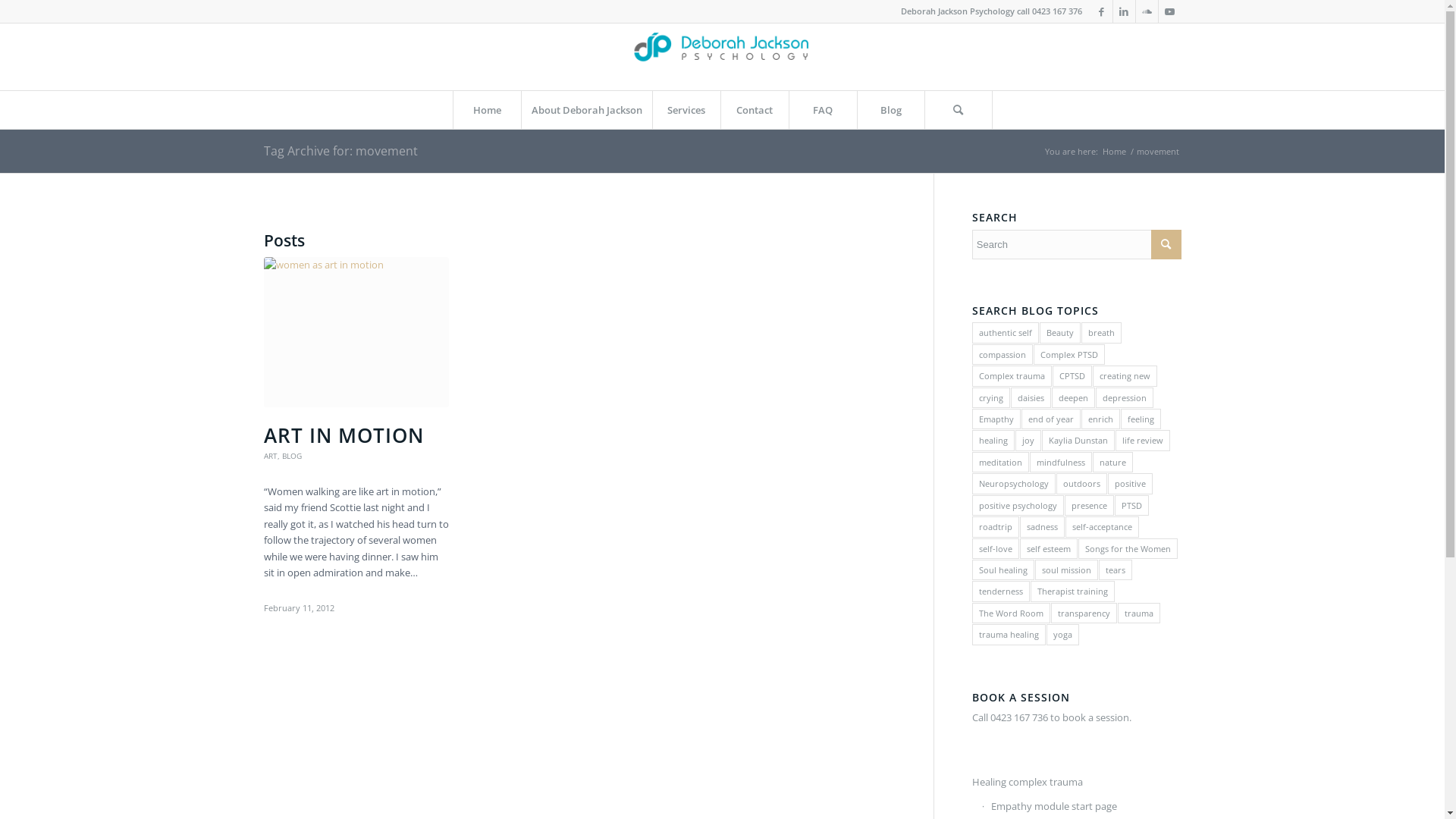  I want to click on 'daisies', so click(1031, 397).